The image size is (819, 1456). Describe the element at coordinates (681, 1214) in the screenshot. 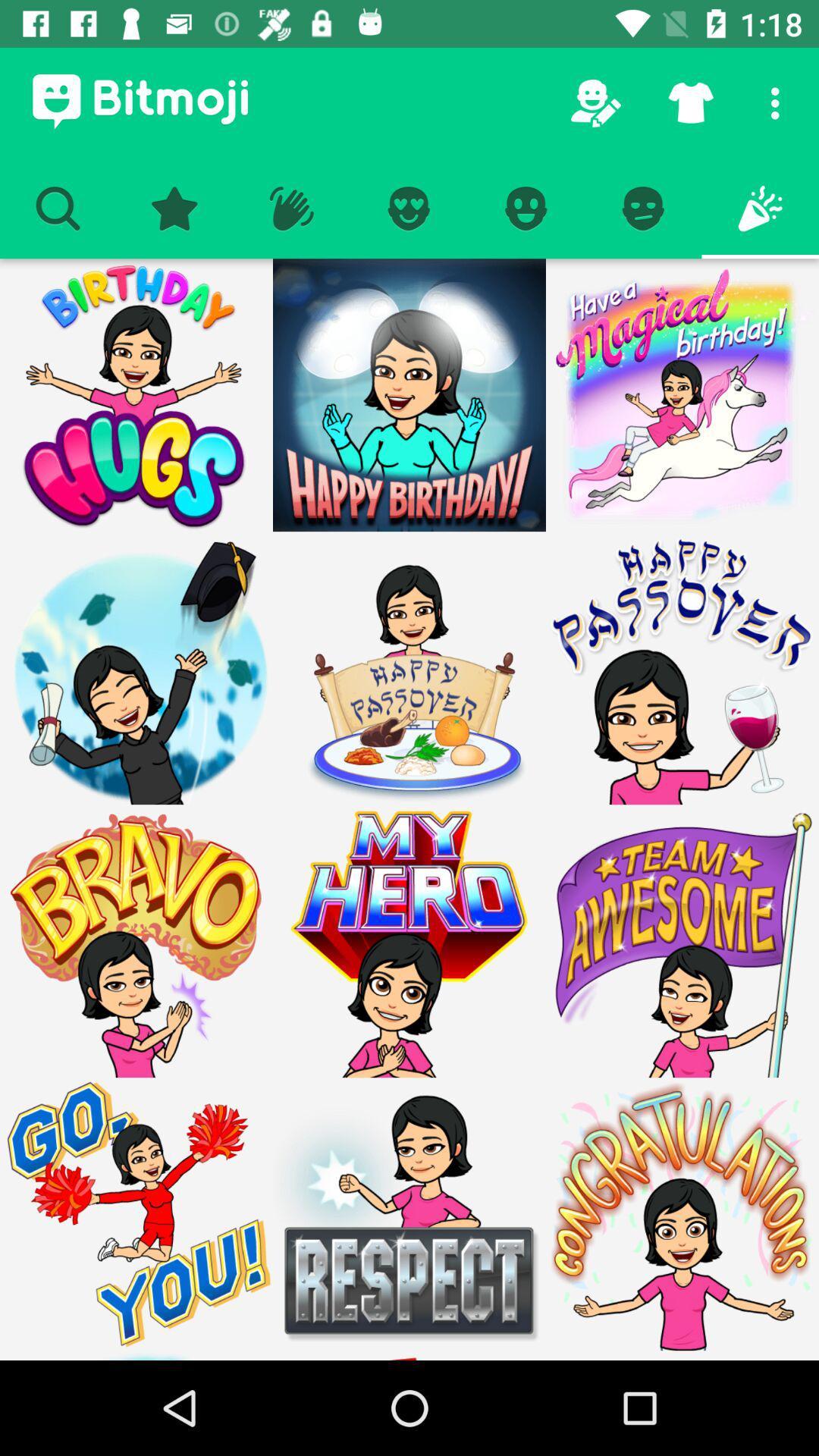

I see `congratulations image` at that location.